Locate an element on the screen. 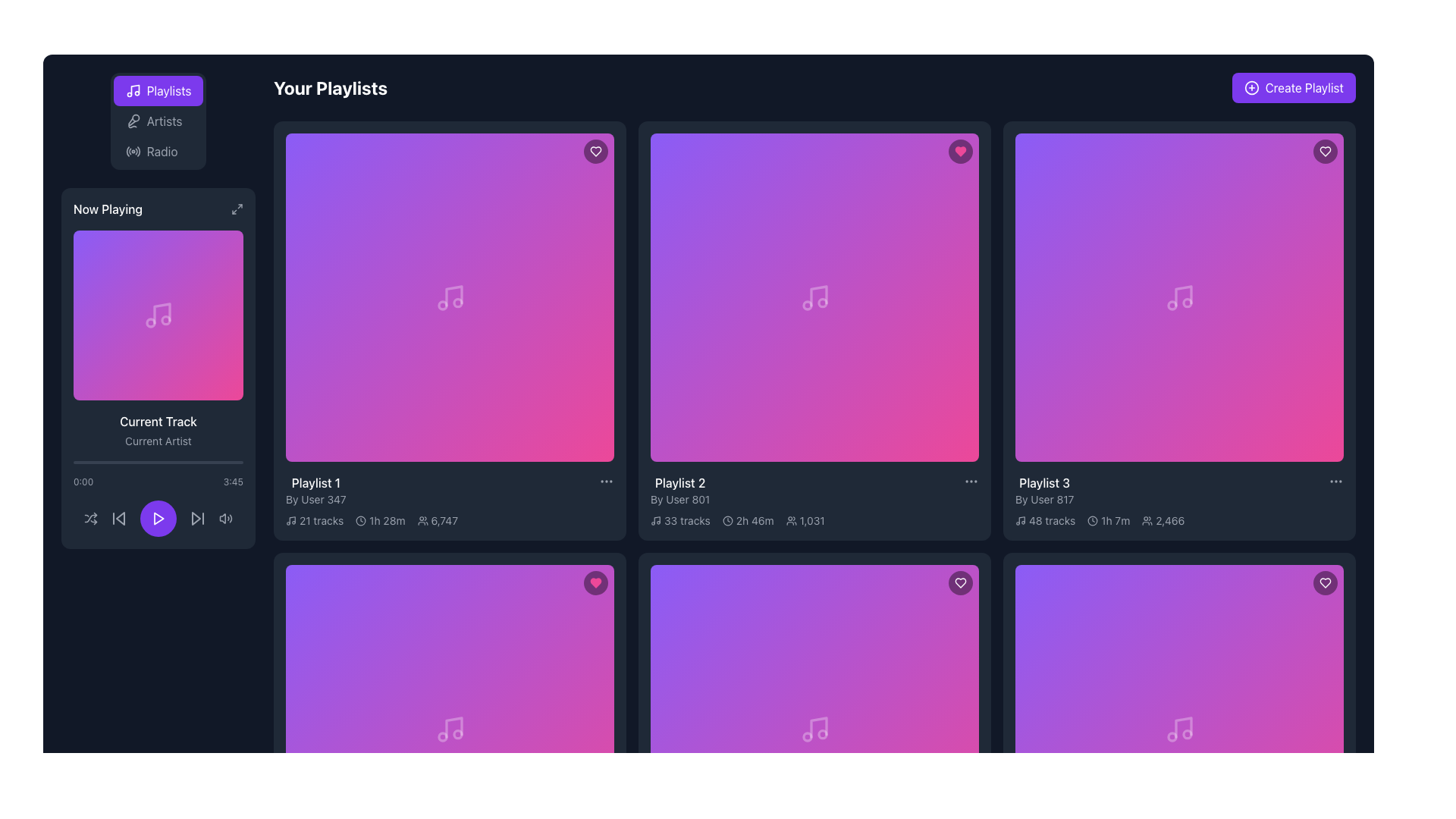 The height and width of the screenshot is (819, 1456). the play button with an SVG play icon, located at the bottom-center of the second row, third column playlist card grid is located at coordinates (449, 728).